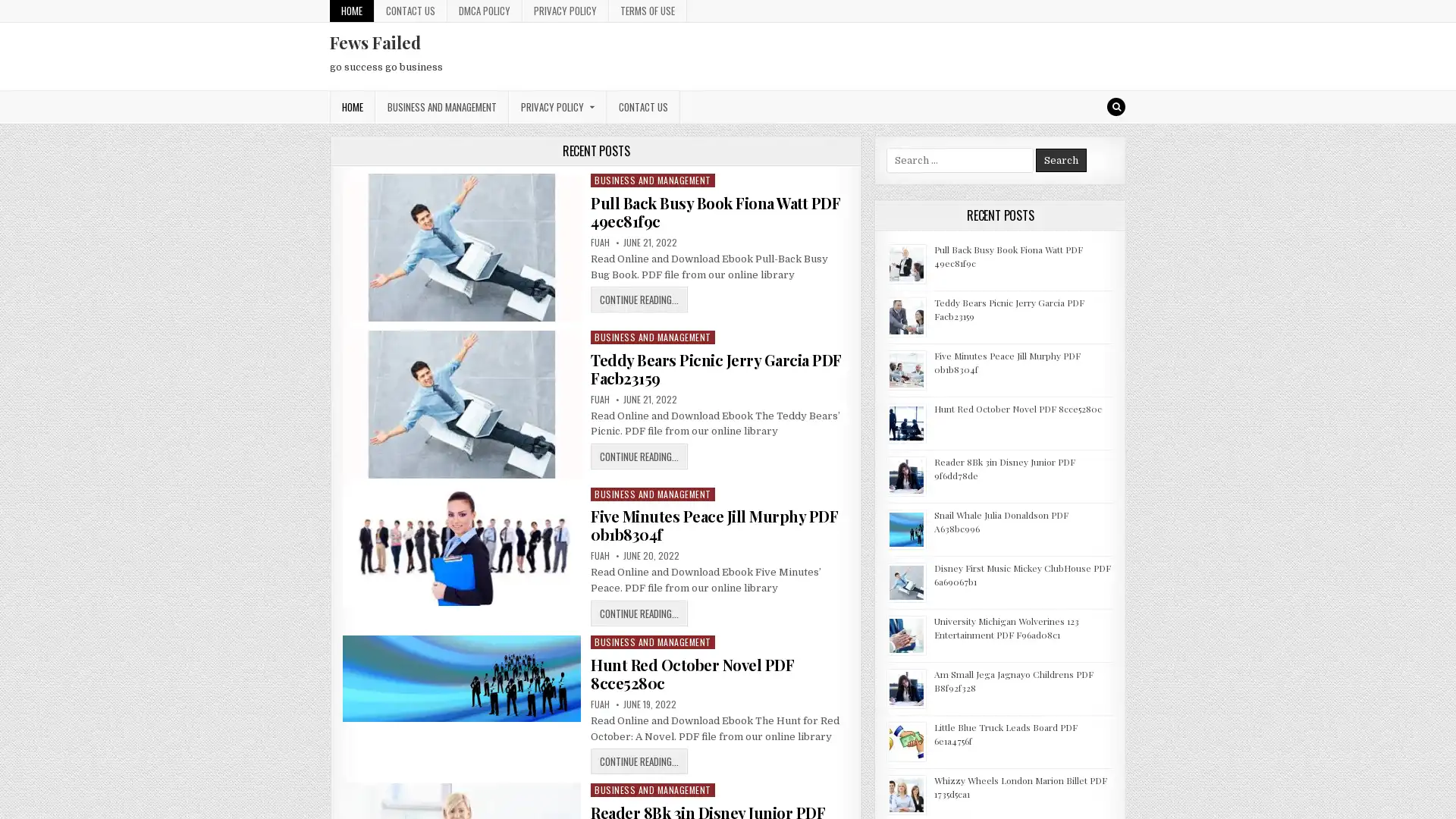 The height and width of the screenshot is (819, 1456). I want to click on Search, so click(1060, 160).